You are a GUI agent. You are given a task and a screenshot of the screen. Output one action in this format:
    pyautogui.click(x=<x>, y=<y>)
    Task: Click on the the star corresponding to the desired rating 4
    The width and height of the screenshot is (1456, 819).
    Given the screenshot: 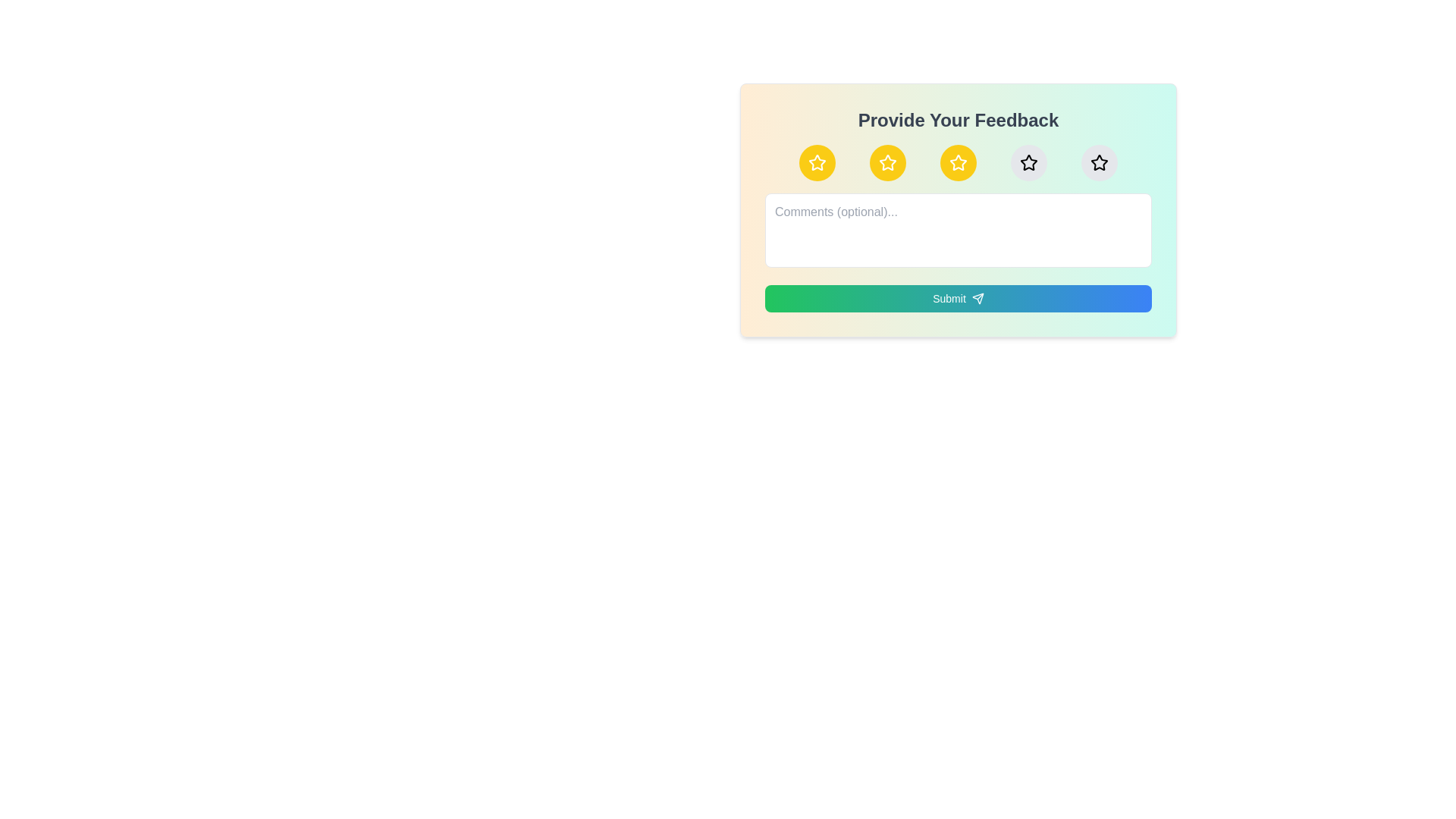 What is the action you would take?
    pyautogui.click(x=1029, y=163)
    